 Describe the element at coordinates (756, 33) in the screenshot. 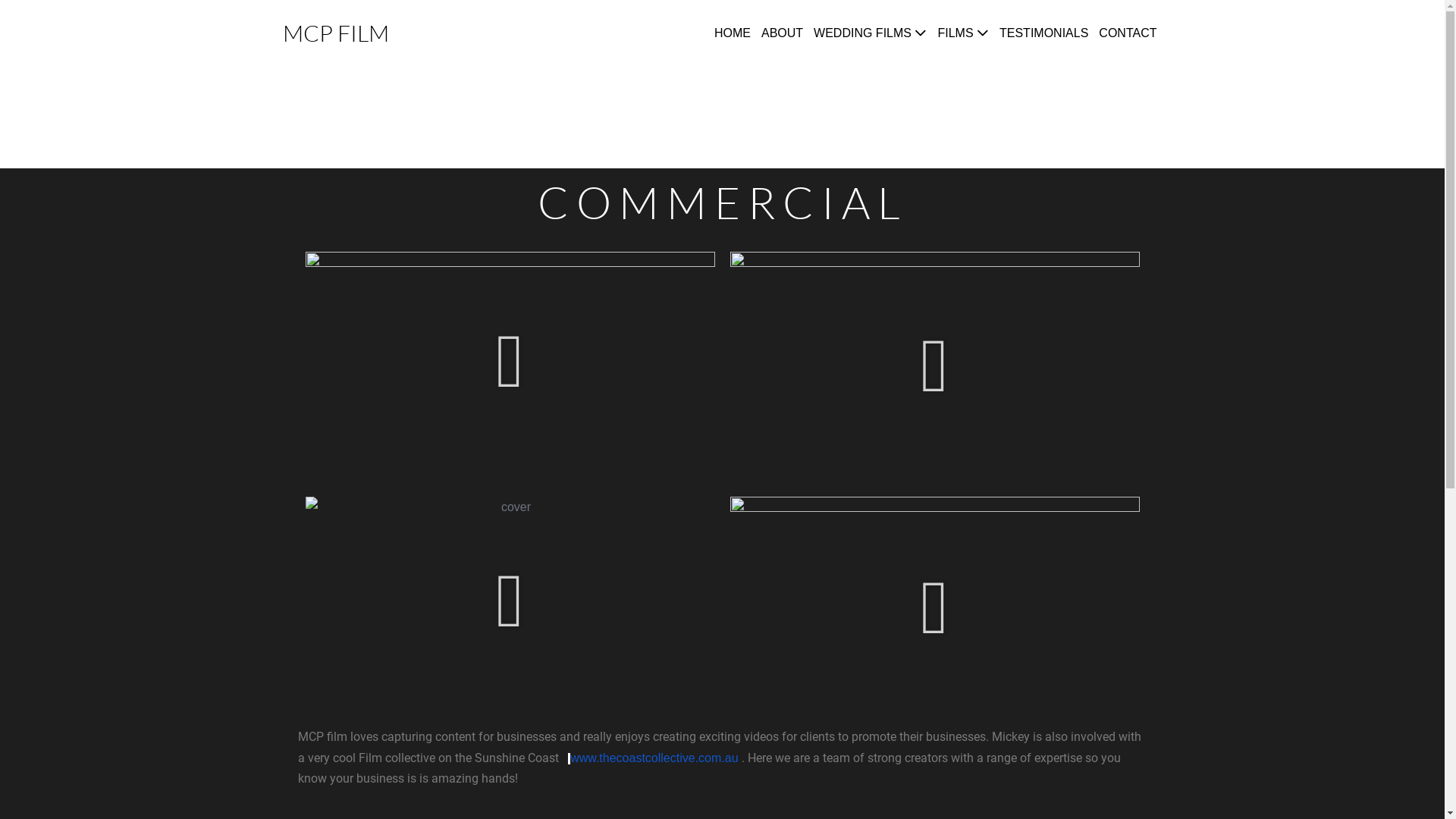

I see `'ABOUT'` at that location.